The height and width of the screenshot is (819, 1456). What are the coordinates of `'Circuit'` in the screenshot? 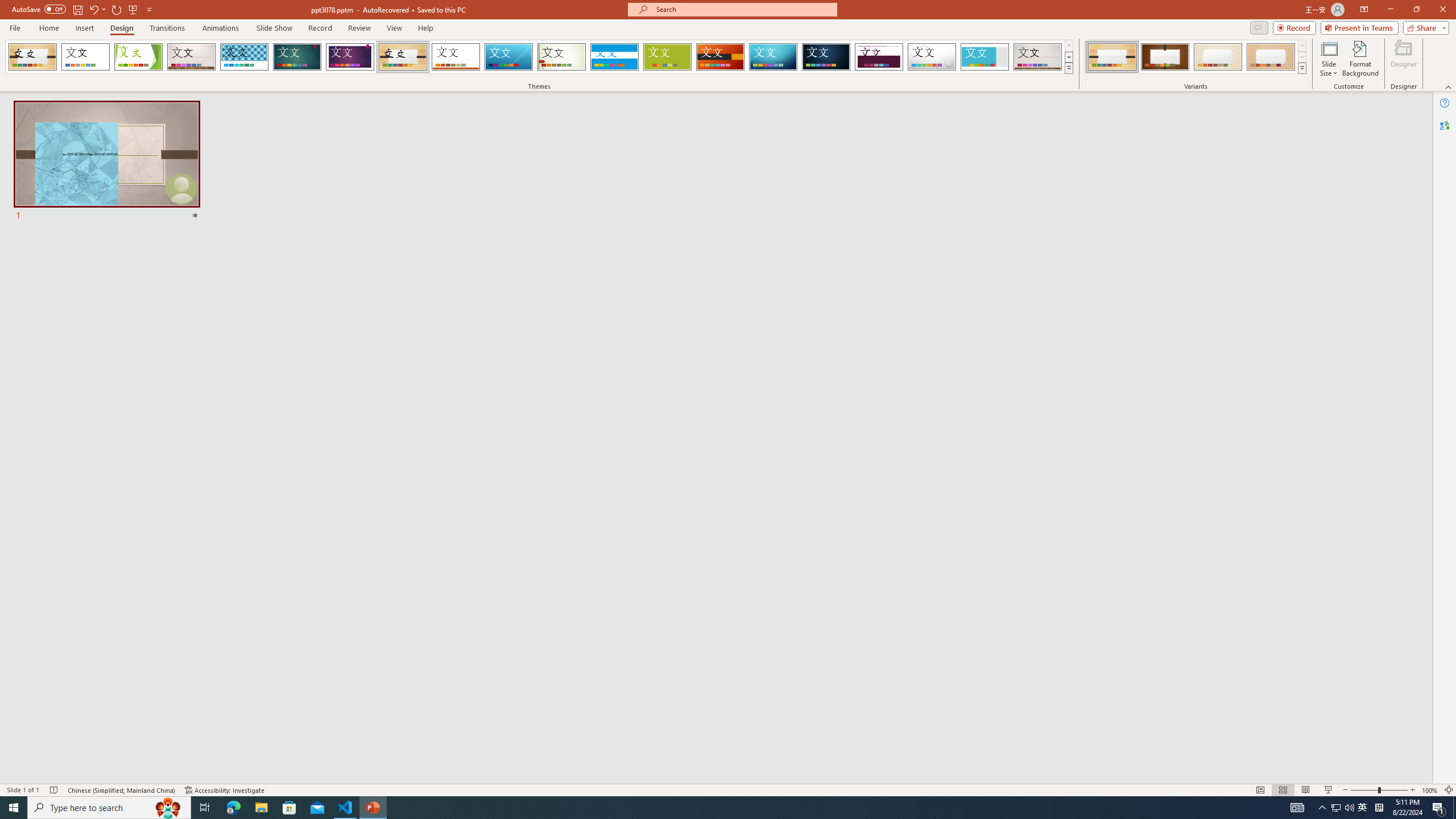 It's located at (772, 56).